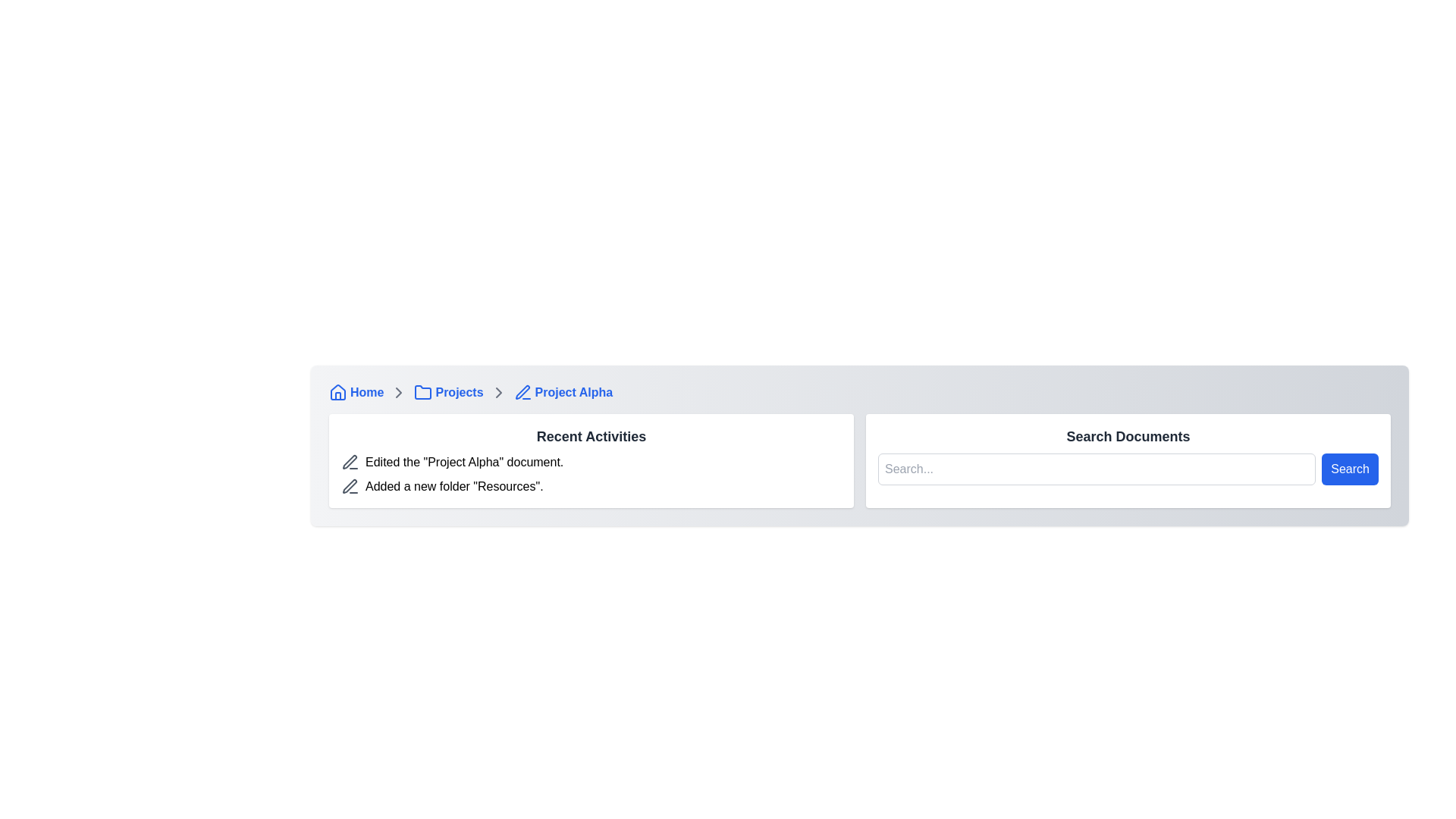 This screenshot has width=1456, height=819. I want to click on the folder icon located in the breadcrumb navigation bar, immediately to the left of the 'Projects' text, so click(422, 391).